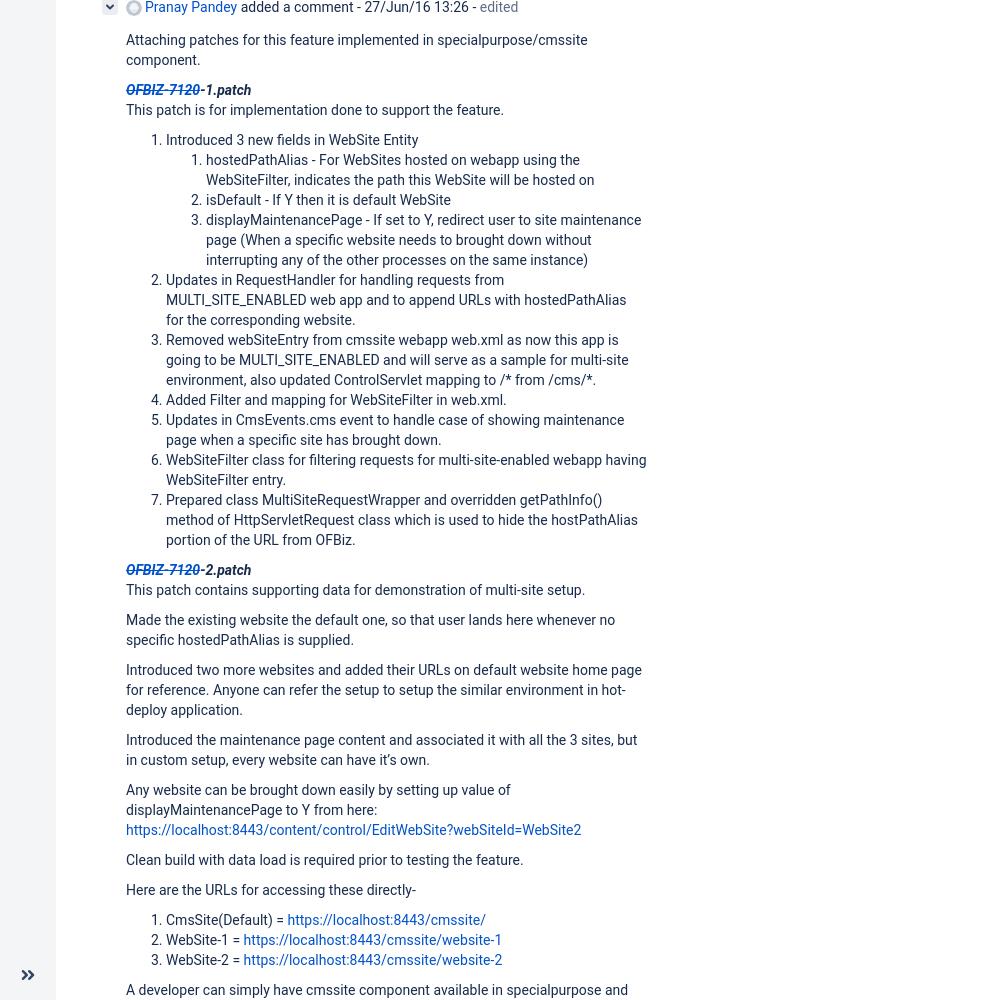 The height and width of the screenshot is (1000, 990). I want to click on 'Updates in CmsEvents.cms event to handle case of showing maintenance page when a specific site has brought down.', so click(395, 429).